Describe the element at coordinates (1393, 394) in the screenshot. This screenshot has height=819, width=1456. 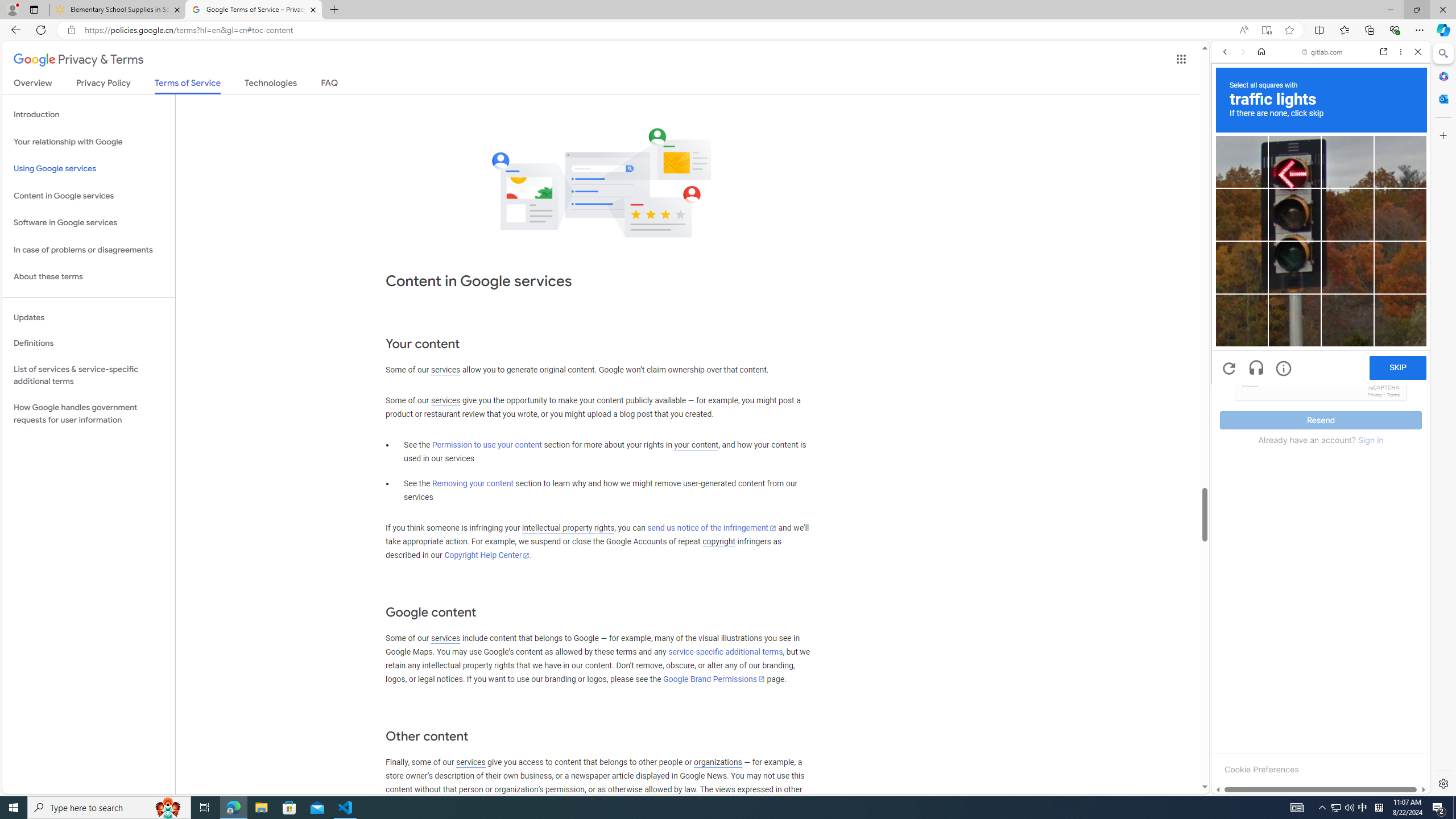
I see `'Terms'` at that location.